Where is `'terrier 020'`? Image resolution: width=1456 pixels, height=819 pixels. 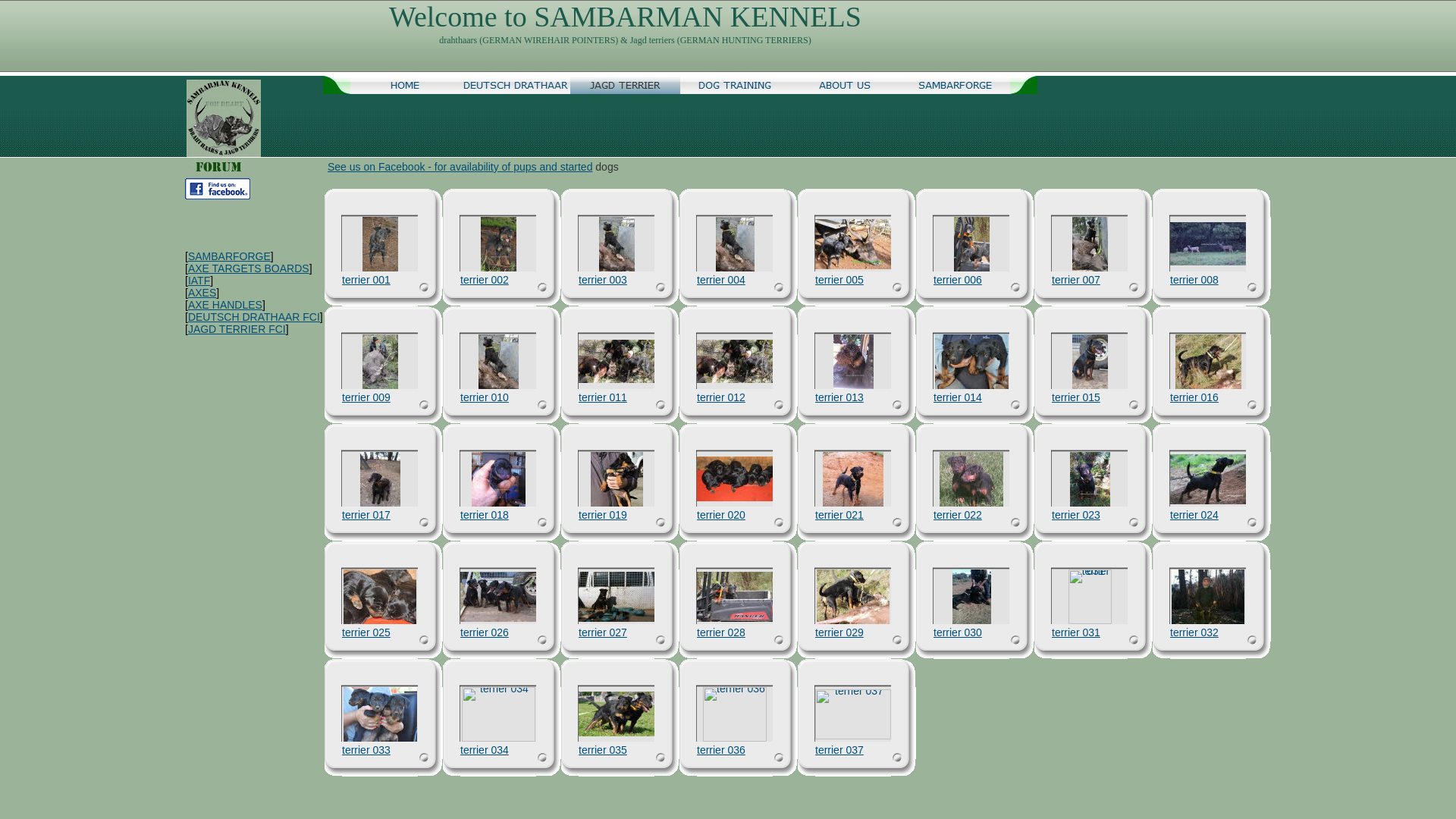 'terrier 020' is located at coordinates (720, 513).